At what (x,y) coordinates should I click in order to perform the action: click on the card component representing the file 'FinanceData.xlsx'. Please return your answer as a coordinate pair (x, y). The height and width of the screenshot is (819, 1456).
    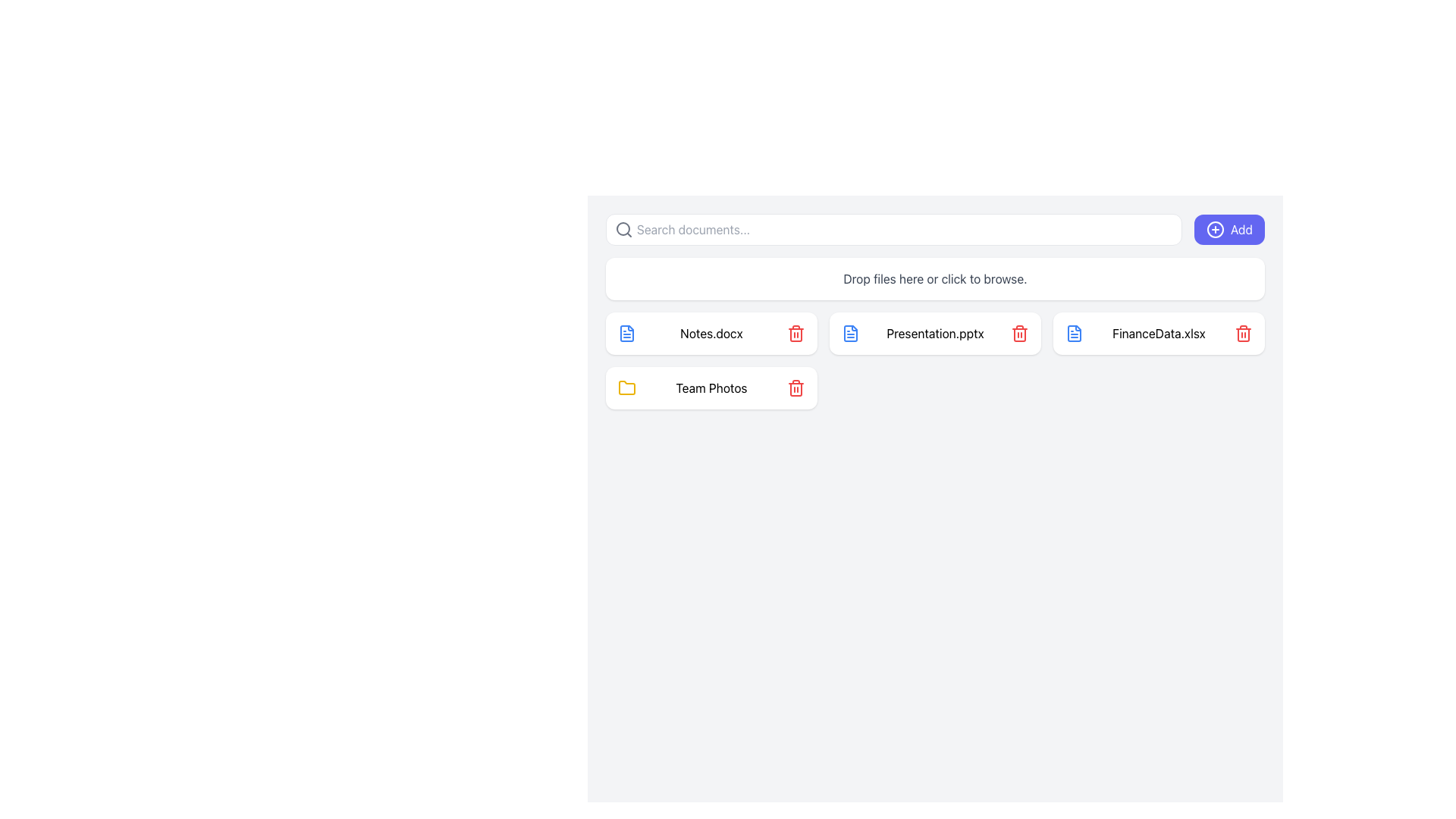
    Looking at the image, I should click on (1158, 332).